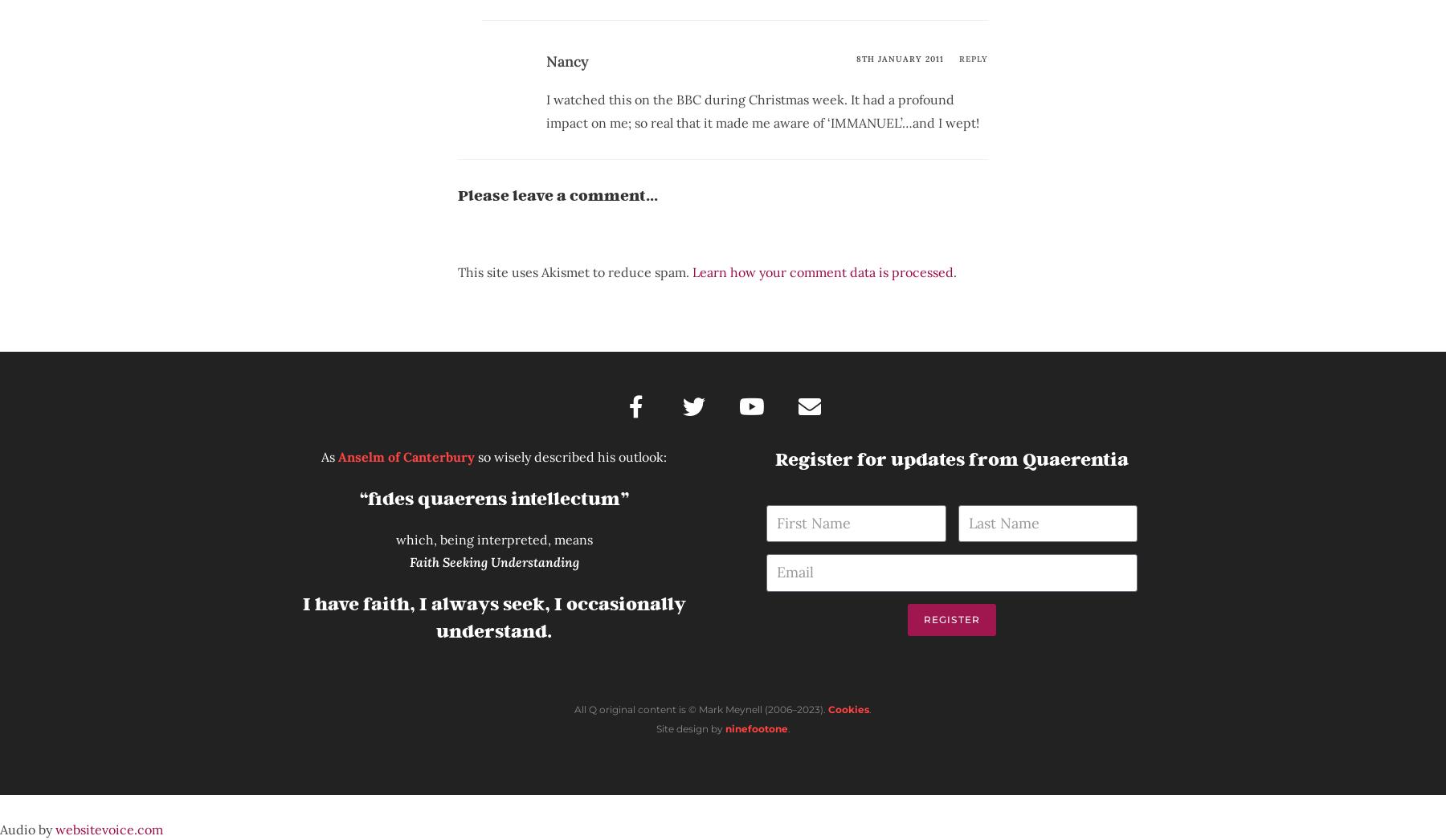 The width and height of the screenshot is (1446, 840). What do you see at coordinates (493, 498) in the screenshot?
I see `'“fides quaerens intellectum”'` at bounding box center [493, 498].